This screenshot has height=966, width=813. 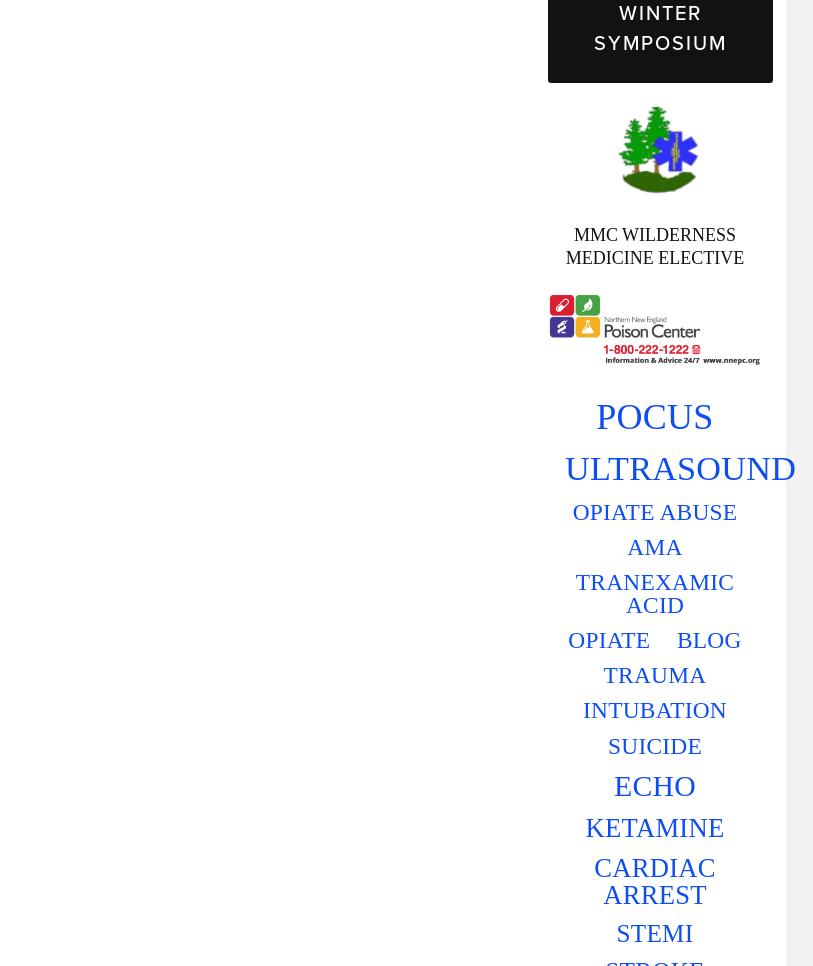 I want to click on 'ECHO', so click(x=654, y=784).